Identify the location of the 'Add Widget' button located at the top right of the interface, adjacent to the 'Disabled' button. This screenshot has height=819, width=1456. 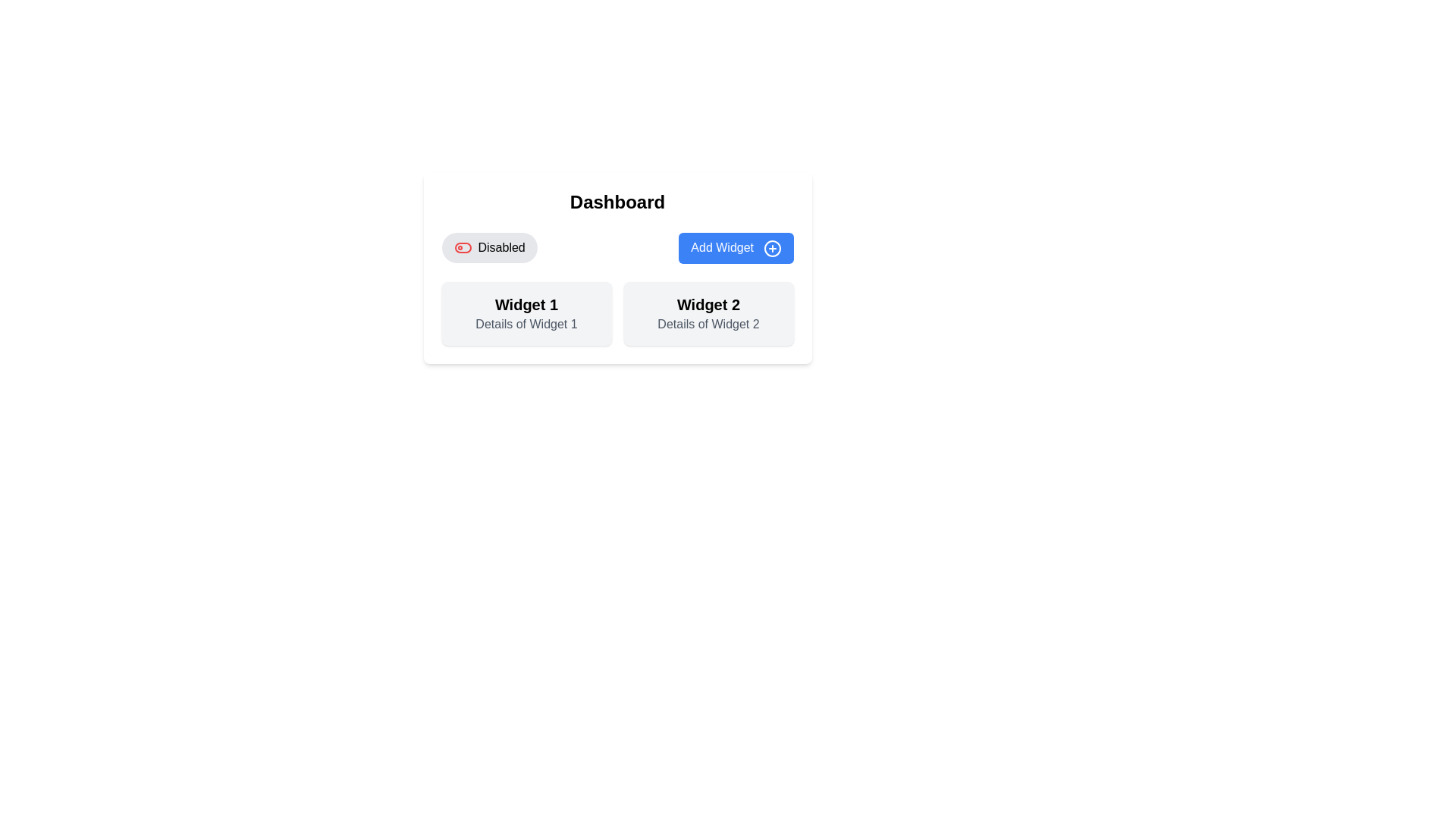
(736, 247).